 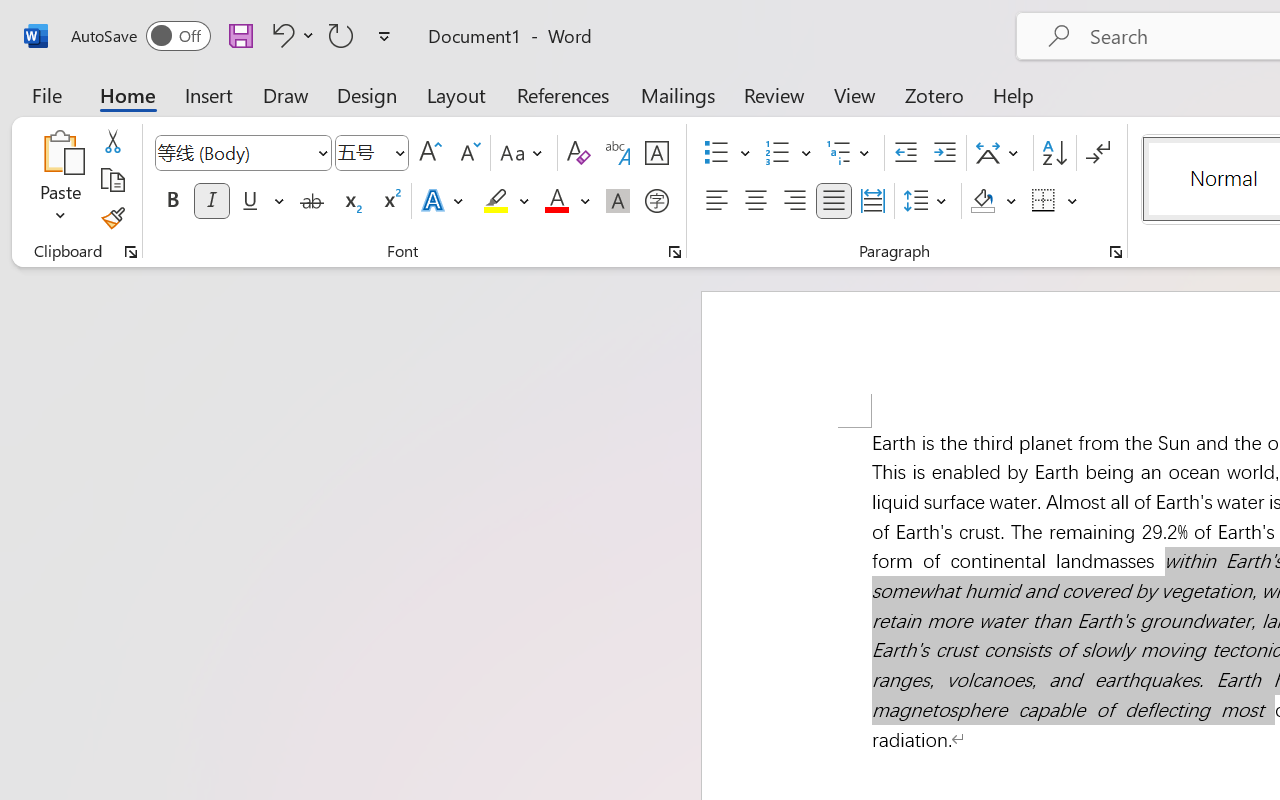 I want to click on 'Asian Layout', so click(x=1000, y=153).